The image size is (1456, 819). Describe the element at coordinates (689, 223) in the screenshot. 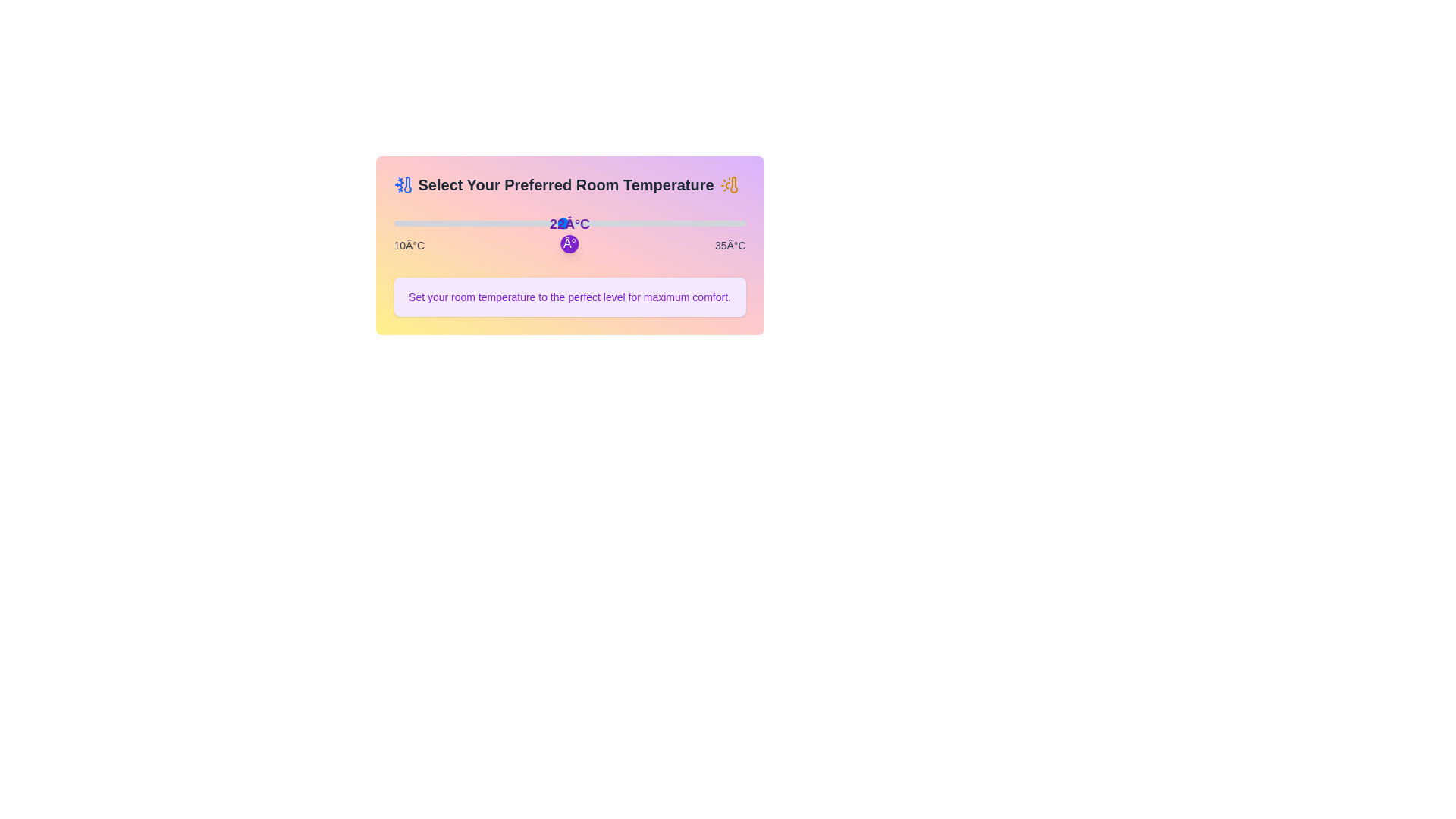

I see `the temperature to 31°C by dragging the slider` at that location.